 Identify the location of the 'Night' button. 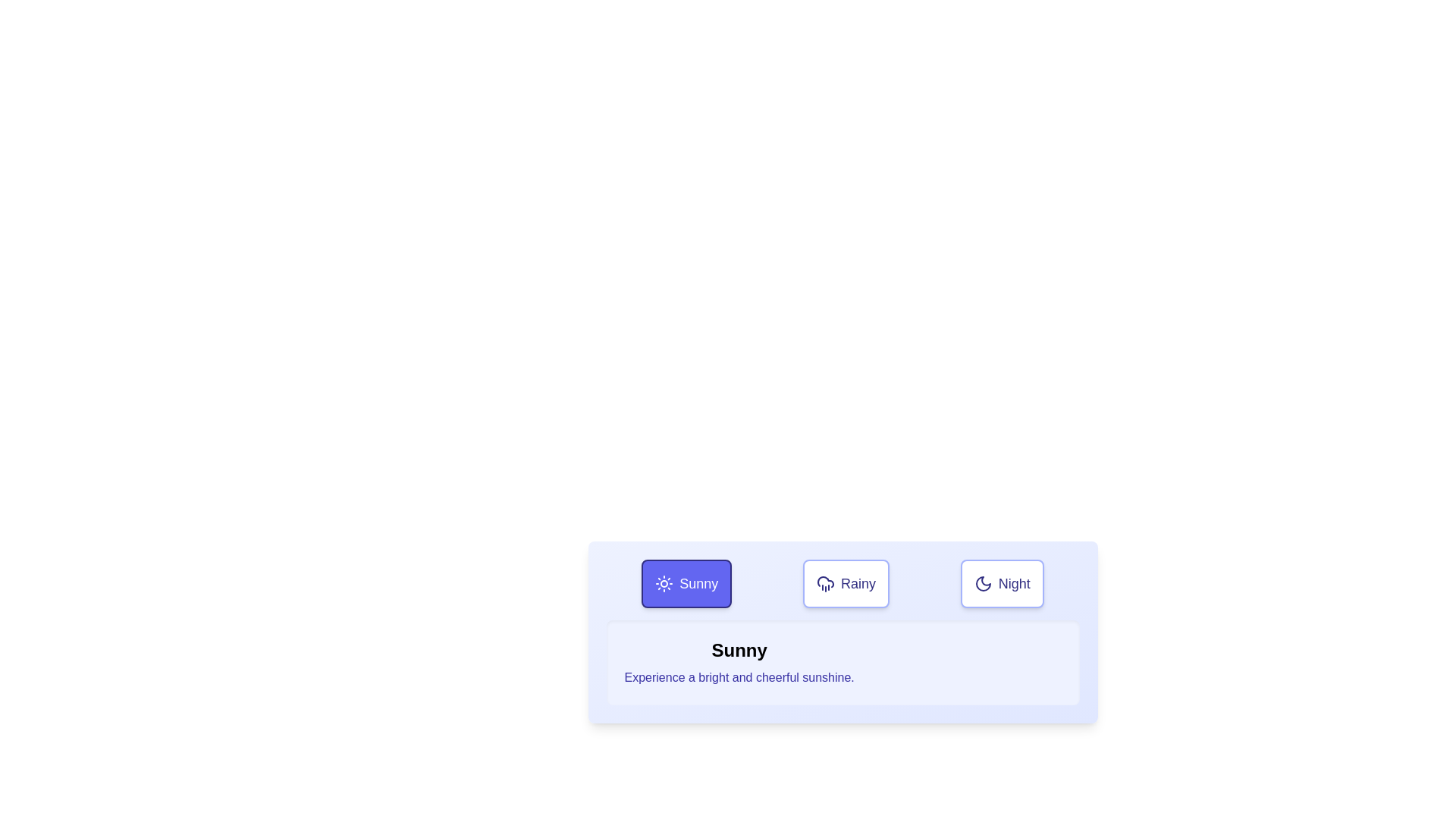
(1002, 583).